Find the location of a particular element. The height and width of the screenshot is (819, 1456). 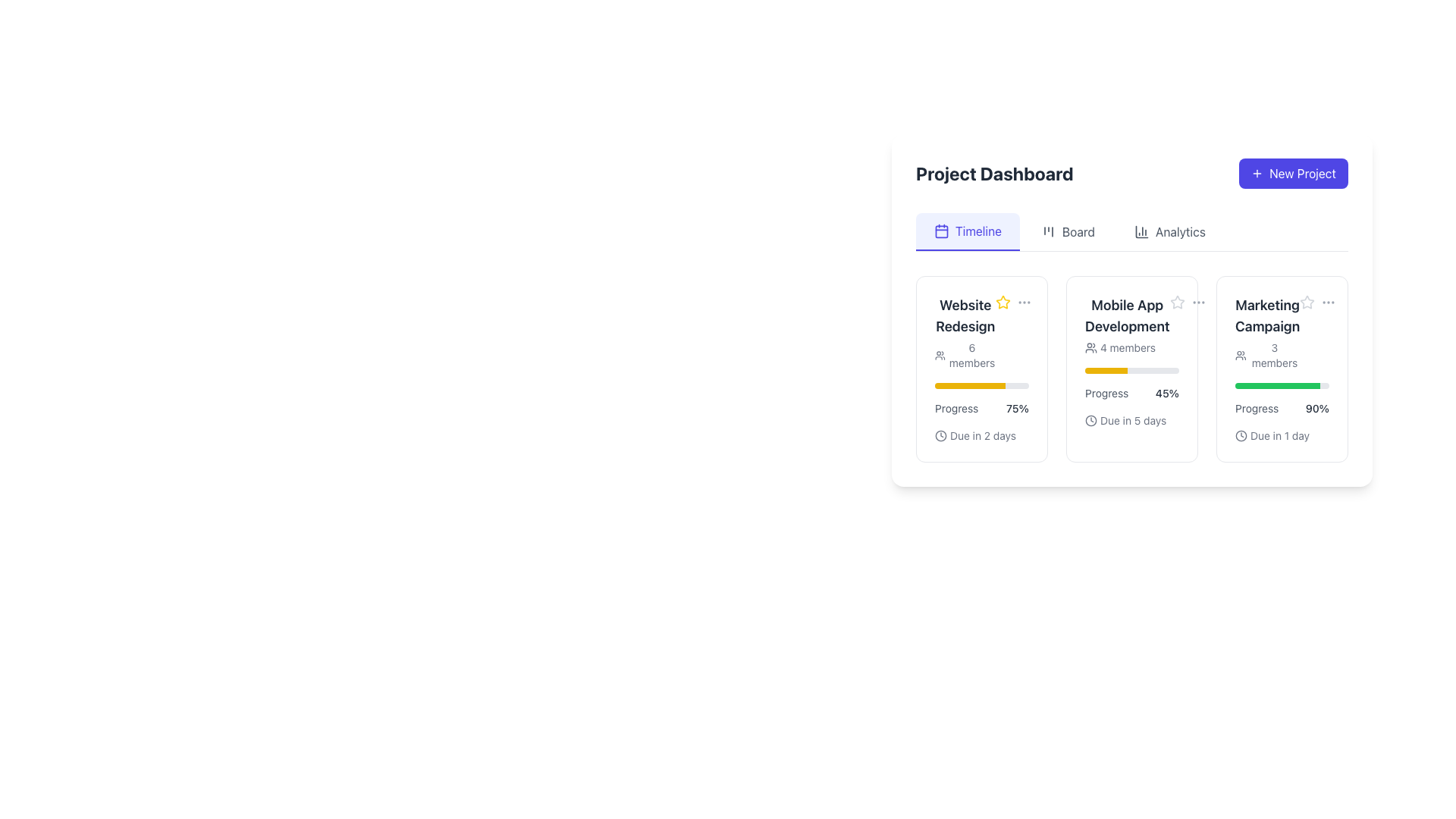

the textual display indicating the completion percentage of the task 'Mobile App Development', which shows '45%' is located at coordinates (1166, 393).